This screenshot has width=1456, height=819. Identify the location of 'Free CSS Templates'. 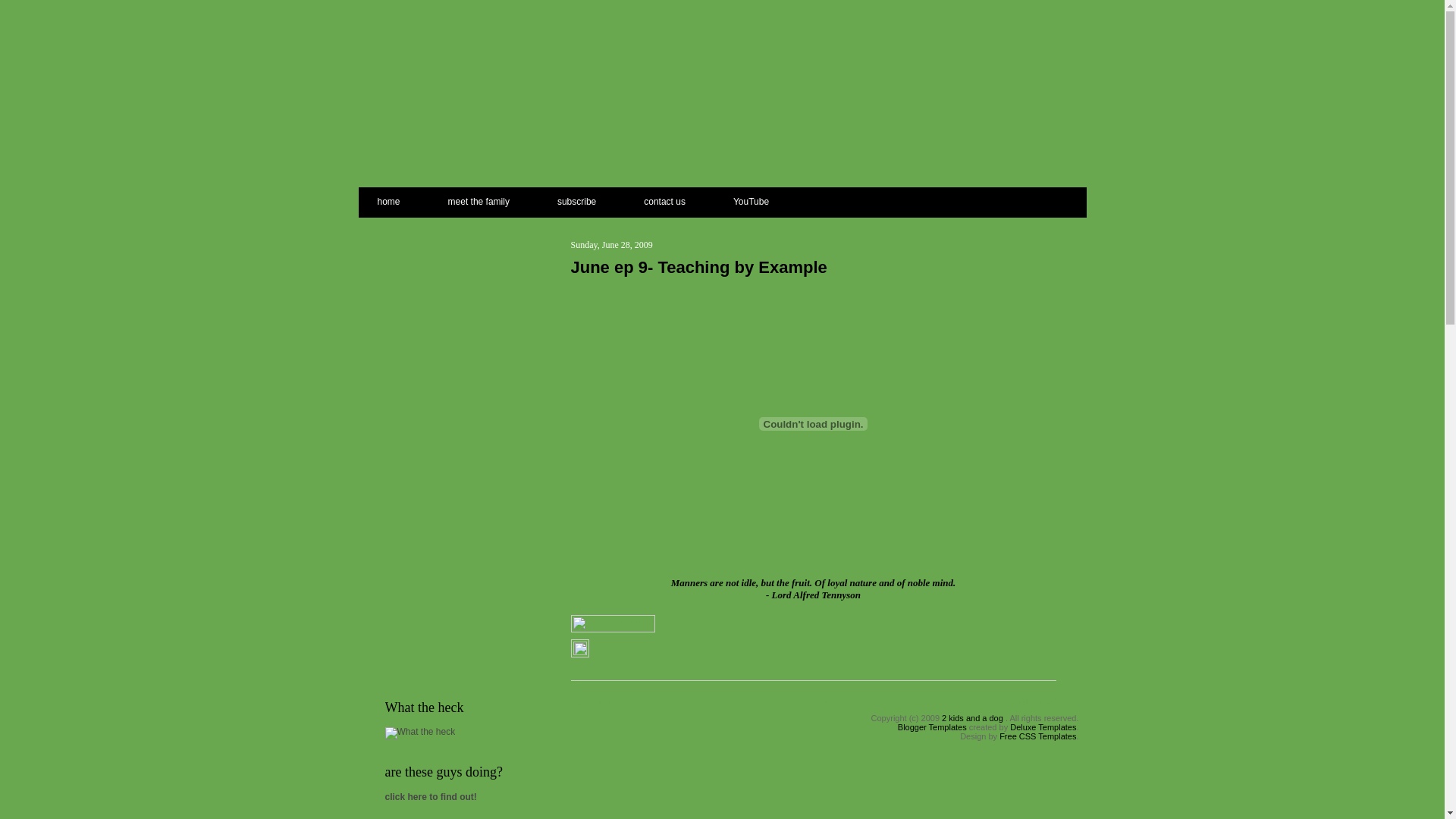
(999, 736).